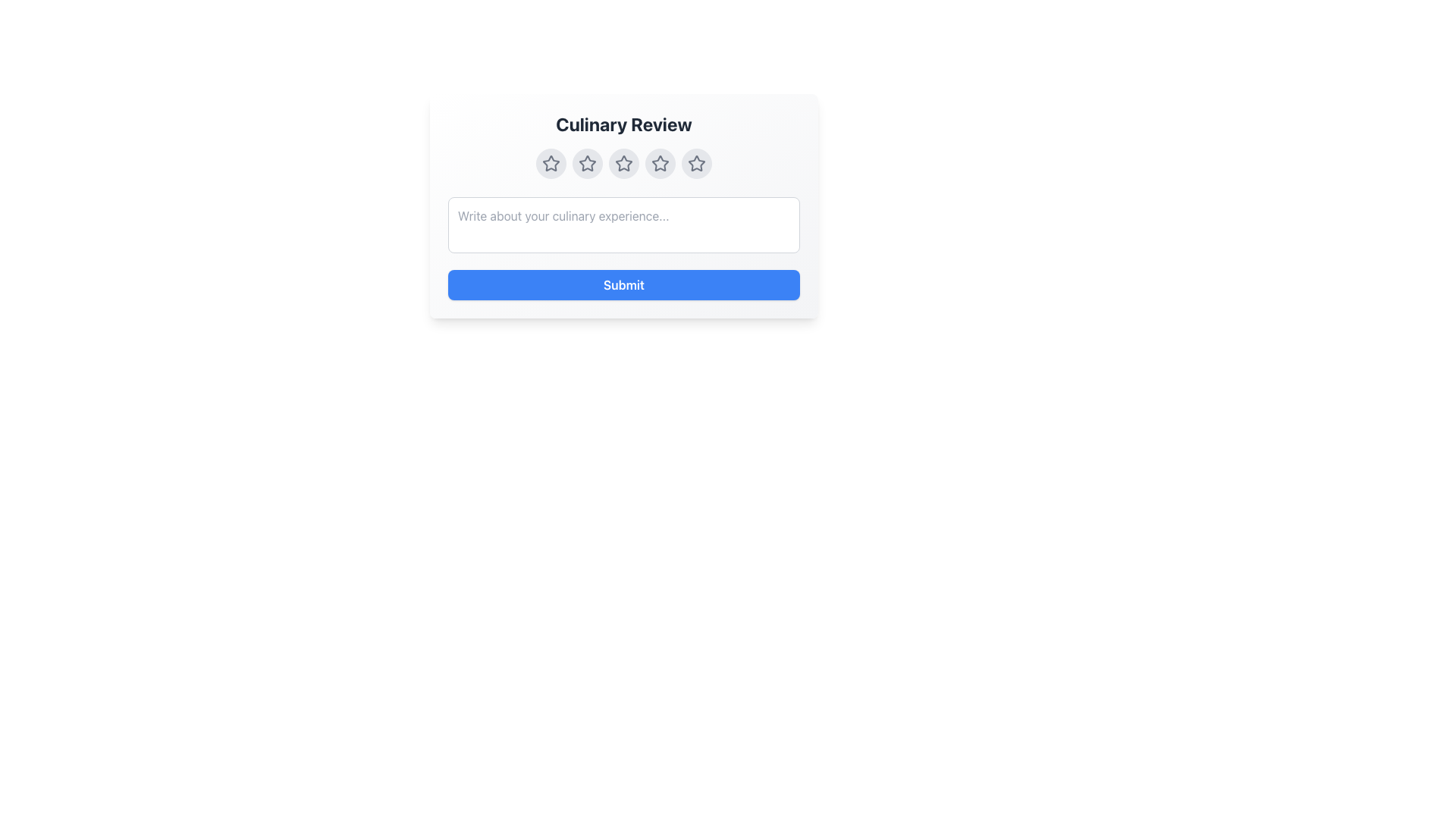 The width and height of the screenshot is (1456, 819). What do you see at coordinates (586, 164) in the screenshot?
I see `the second star icon in the star rating component` at bounding box center [586, 164].